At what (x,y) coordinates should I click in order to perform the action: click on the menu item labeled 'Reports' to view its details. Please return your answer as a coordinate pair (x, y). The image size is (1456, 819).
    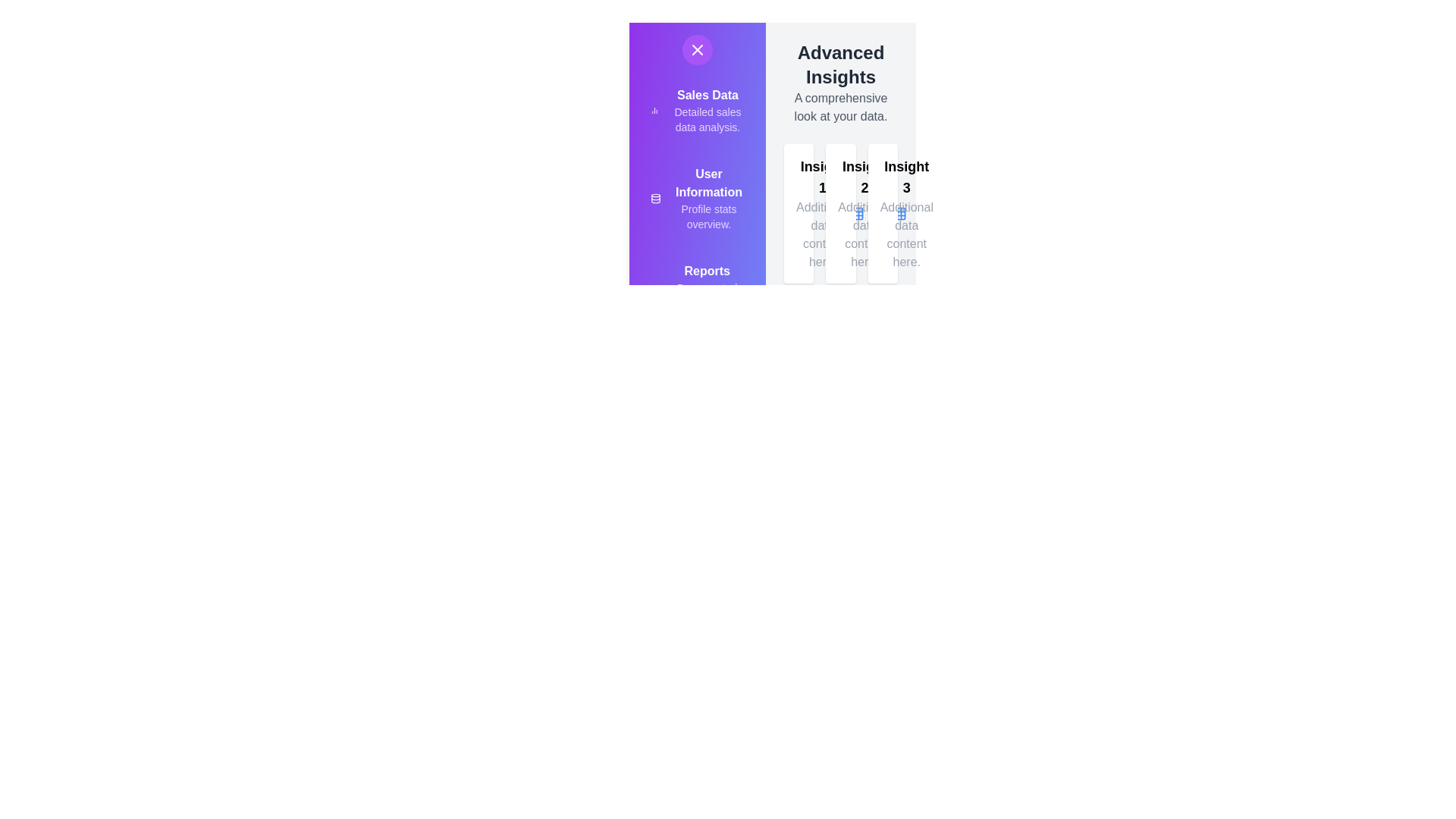
    Looking at the image, I should click on (697, 294).